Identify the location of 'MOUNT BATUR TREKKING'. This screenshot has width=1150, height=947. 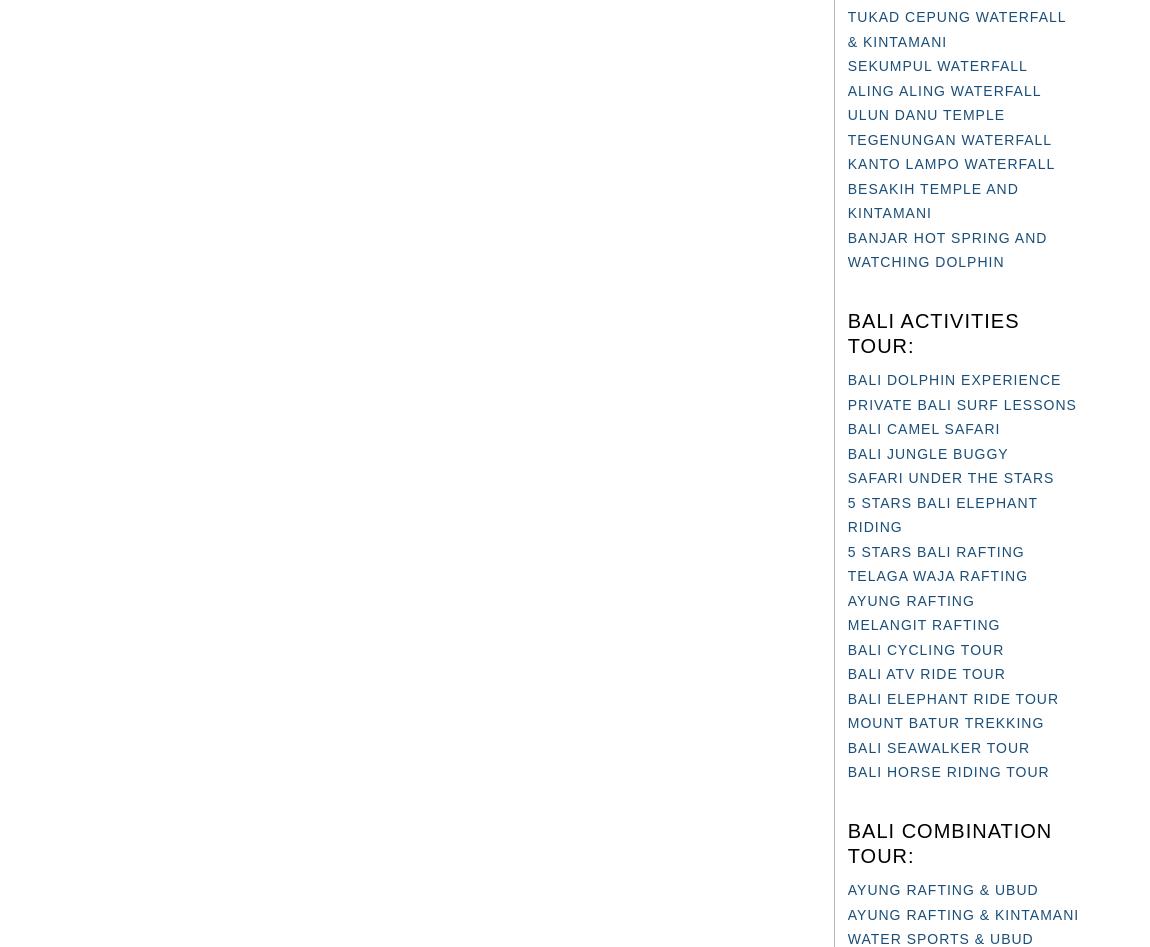
(945, 722).